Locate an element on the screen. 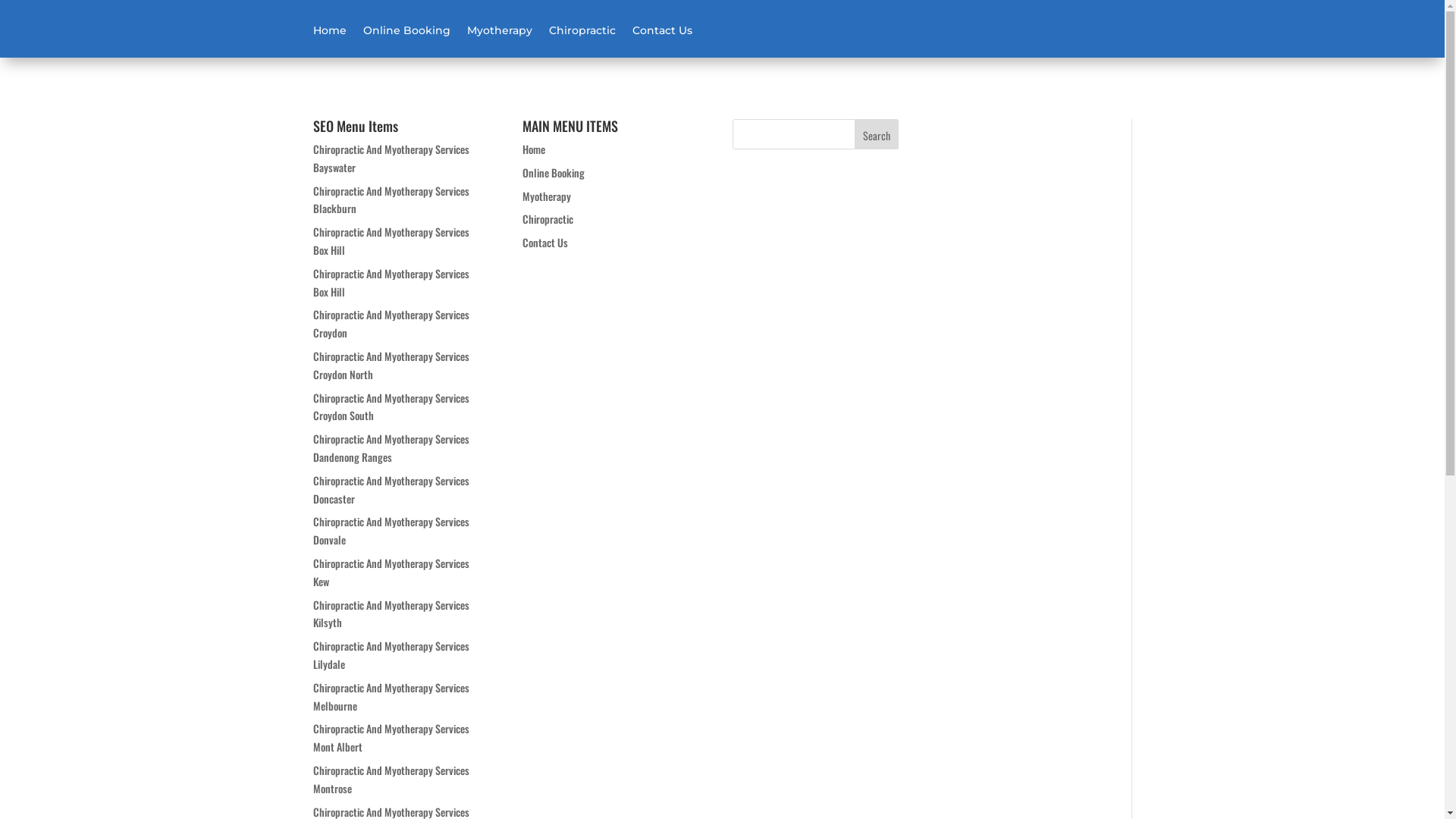 The height and width of the screenshot is (819, 1456). 'Chiropractic And Myotherapy Services Donvale' is located at coordinates (390, 529).